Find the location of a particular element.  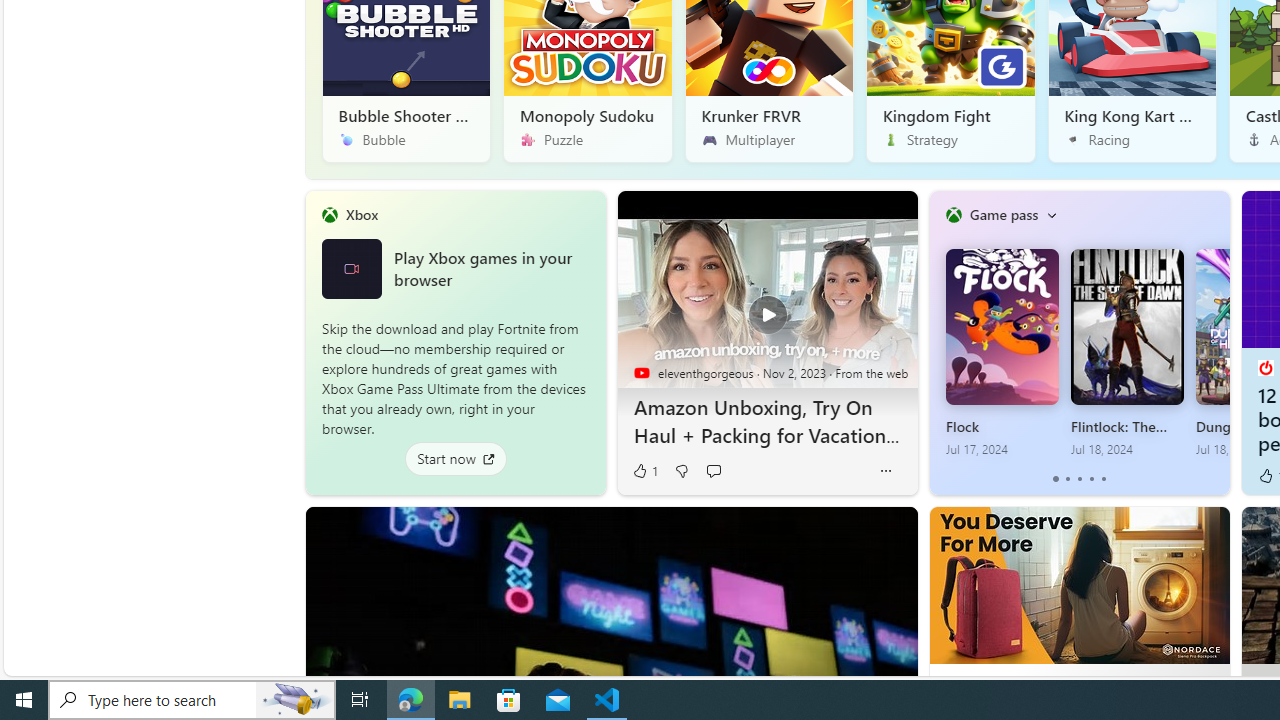

'tab-0' is located at coordinates (1055, 479).